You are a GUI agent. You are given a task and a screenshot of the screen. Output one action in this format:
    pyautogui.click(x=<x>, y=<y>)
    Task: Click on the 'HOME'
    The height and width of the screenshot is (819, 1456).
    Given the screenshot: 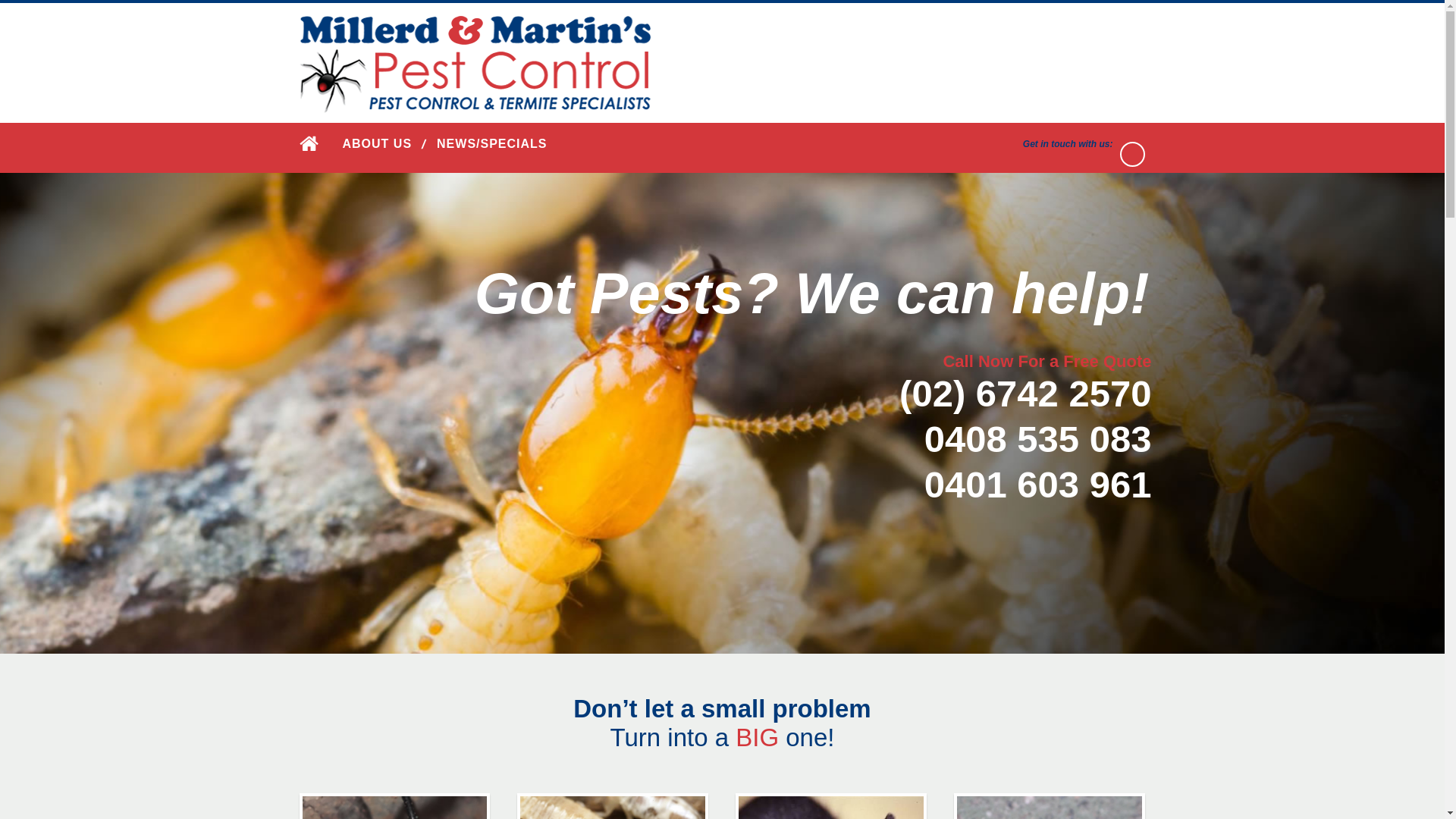 What is the action you would take?
    pyautogui.click(x=298, y=143)
    